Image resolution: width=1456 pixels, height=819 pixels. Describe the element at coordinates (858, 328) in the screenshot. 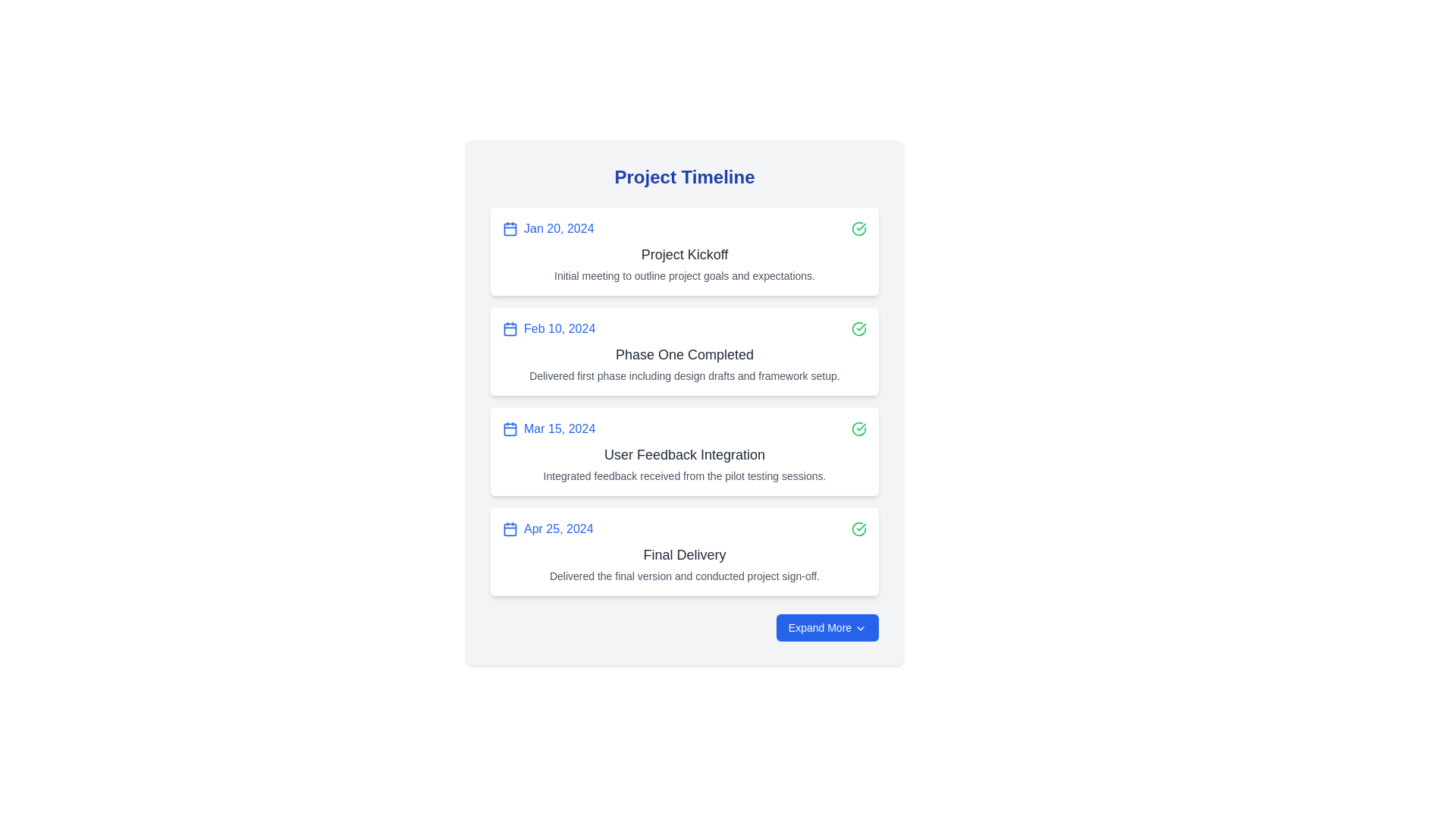

I see `the task completion icon located at the far right of the timeline entry for 'Feb 10, 2024', which indicates that the event has been successfully accomplished` at that location.